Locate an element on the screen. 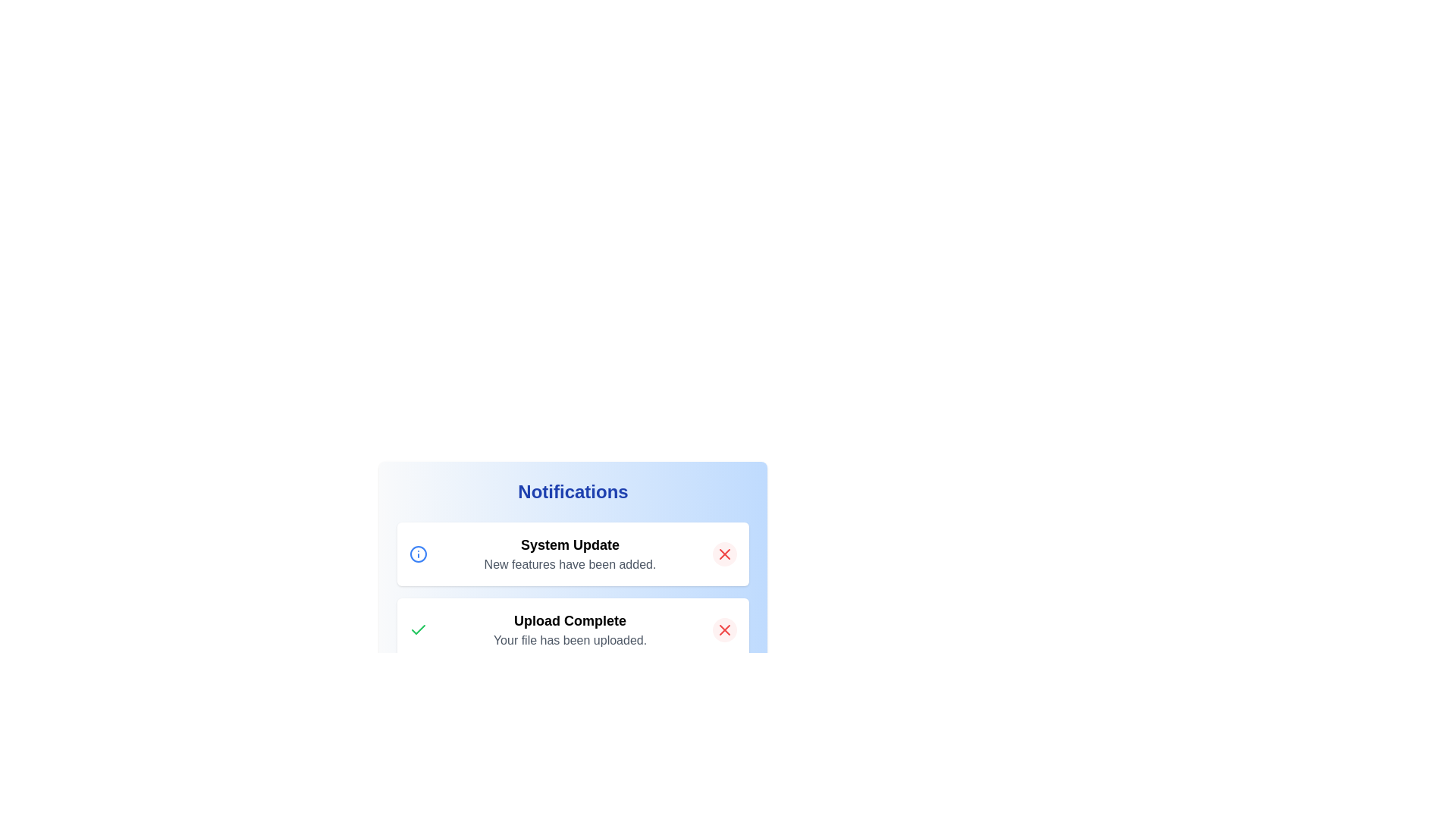 This screenshot has height=819, width=1456. the Close button, which is a circular button with a red border and a red 'X' icon located in the top-right corner of the notification card under the label 'System Update' is located at coordinates (723, 554).